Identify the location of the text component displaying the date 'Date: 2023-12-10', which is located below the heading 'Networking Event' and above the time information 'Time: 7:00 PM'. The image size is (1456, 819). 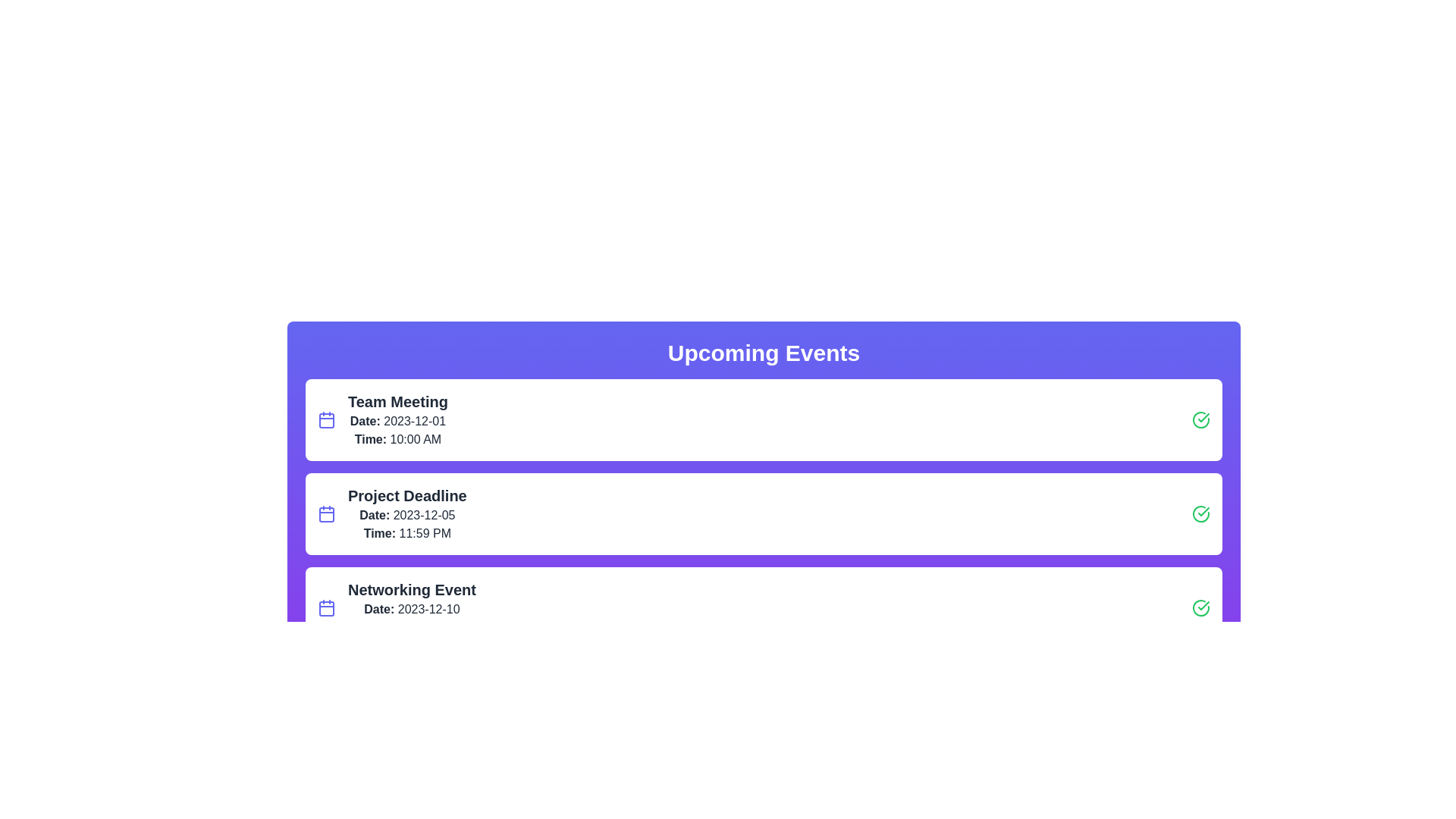
(412, 608).